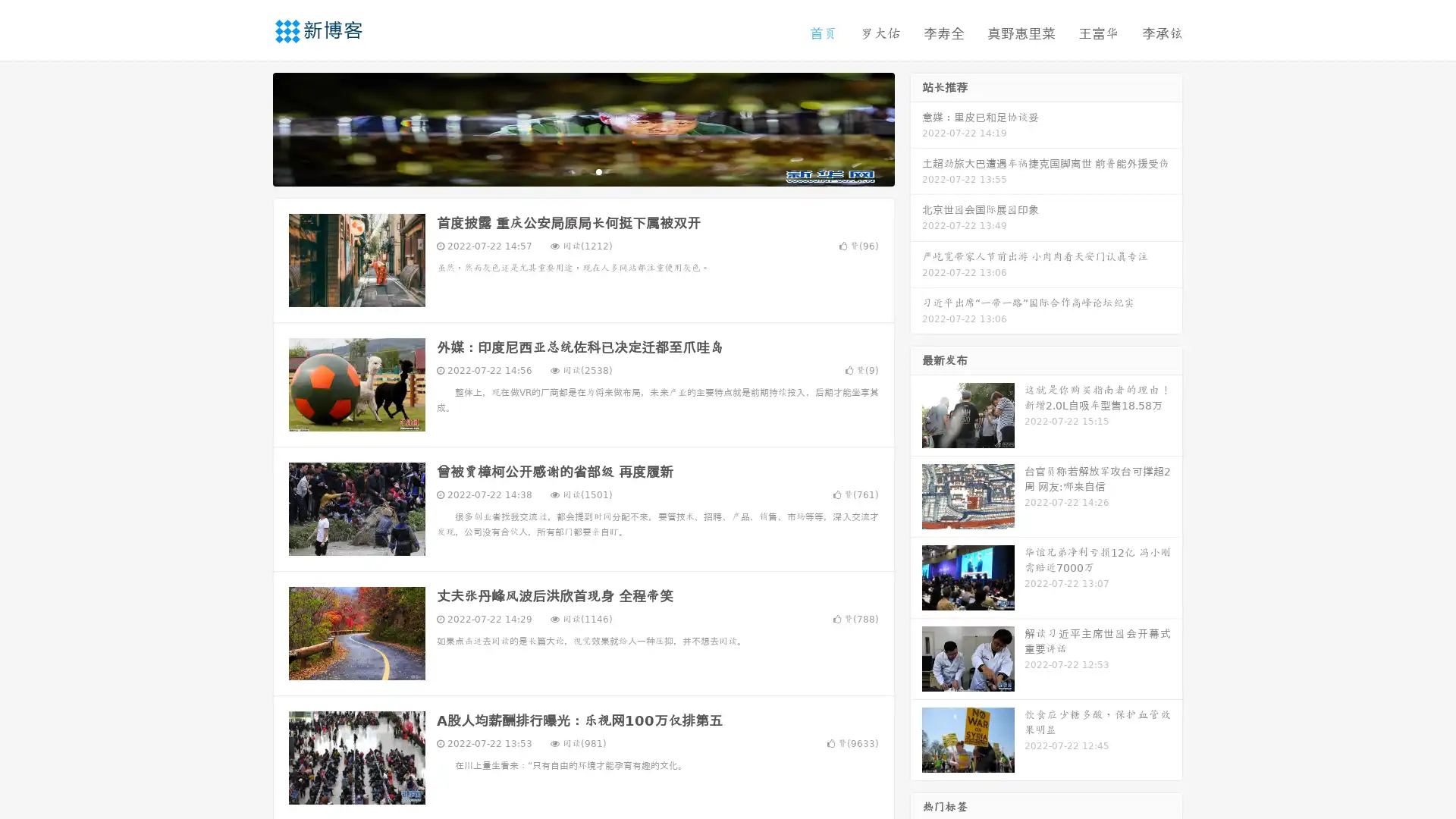  I want to click on Next slide, so click(916, 127).